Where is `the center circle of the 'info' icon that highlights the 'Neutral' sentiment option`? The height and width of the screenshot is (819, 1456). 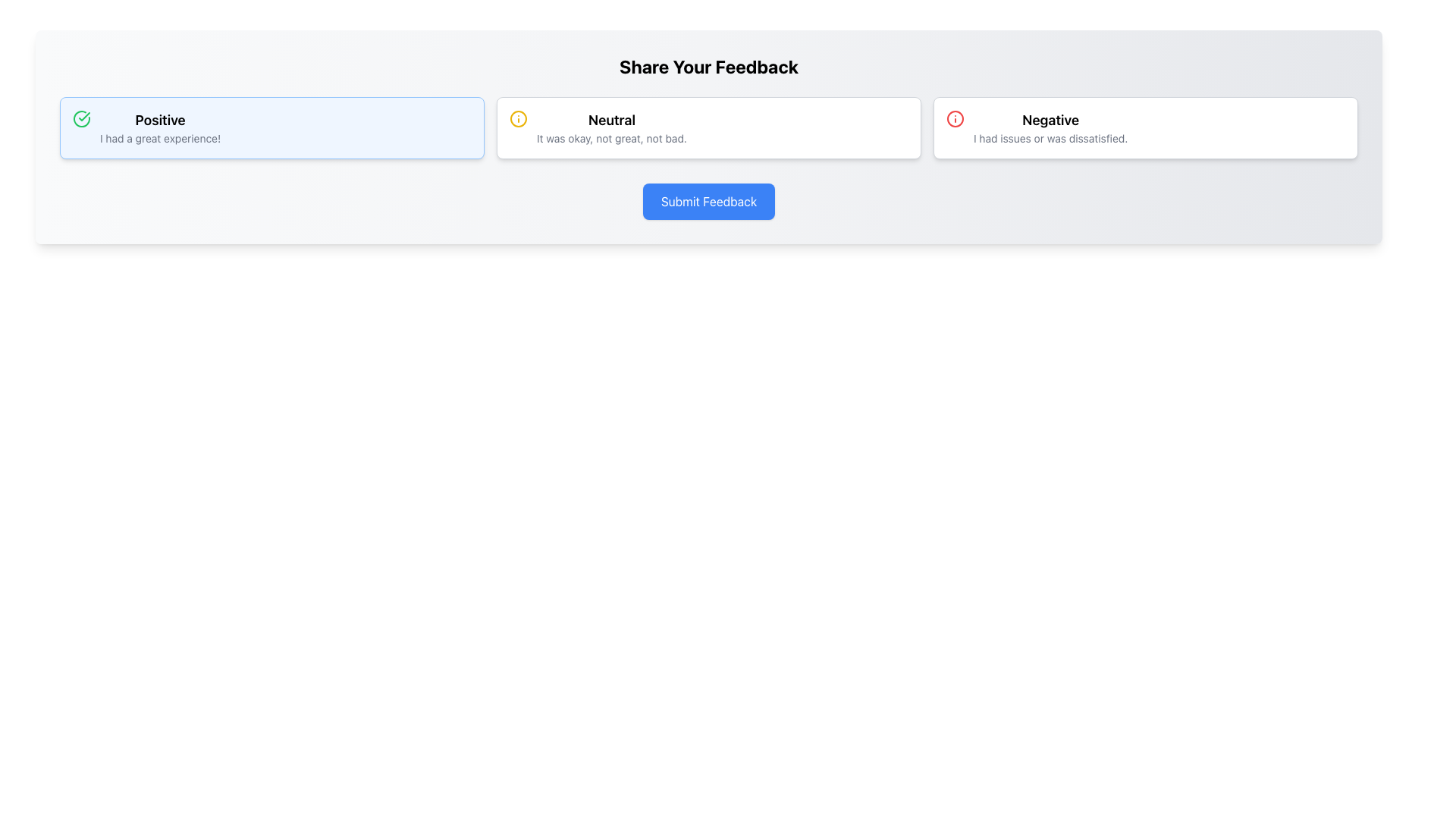
the center circle of the 'info' icon that highlights the 'Neutral' sentiment option is located at coordinates (519, 118).